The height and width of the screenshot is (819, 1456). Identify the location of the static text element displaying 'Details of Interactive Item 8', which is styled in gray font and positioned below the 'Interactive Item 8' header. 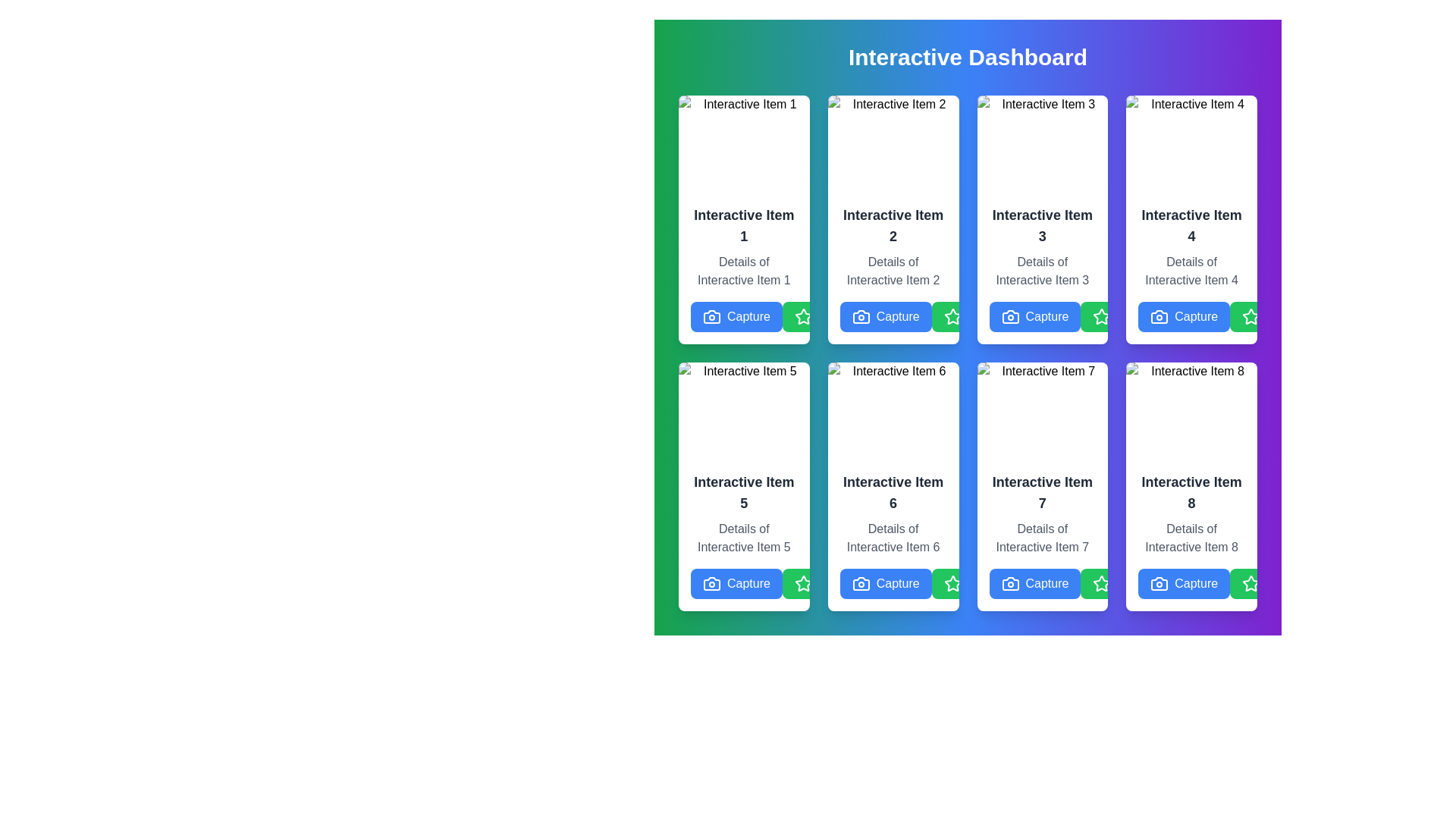
(1191, 537).